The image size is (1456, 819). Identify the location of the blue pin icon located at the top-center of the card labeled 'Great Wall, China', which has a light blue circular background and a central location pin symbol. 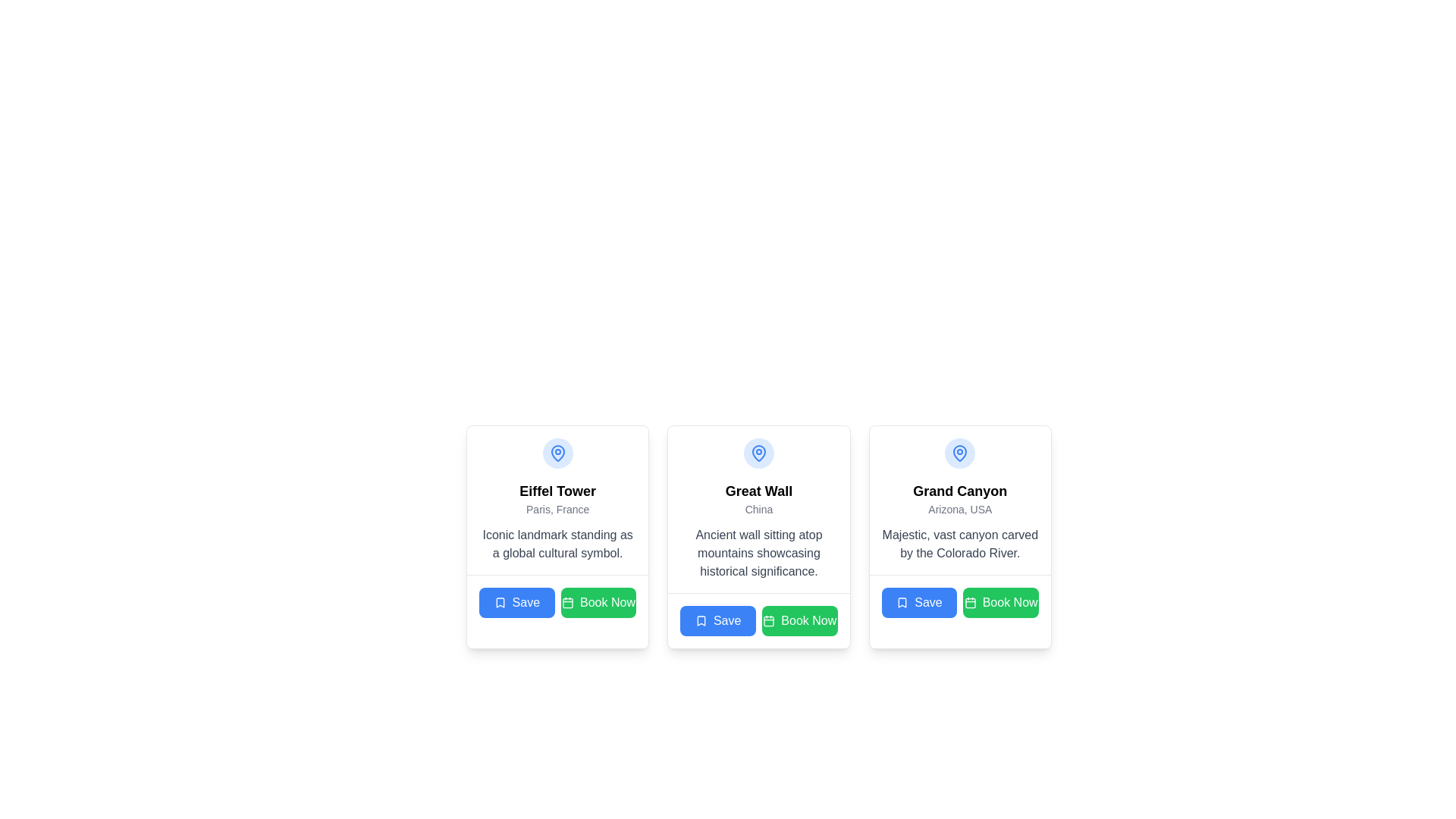
(758, 452).